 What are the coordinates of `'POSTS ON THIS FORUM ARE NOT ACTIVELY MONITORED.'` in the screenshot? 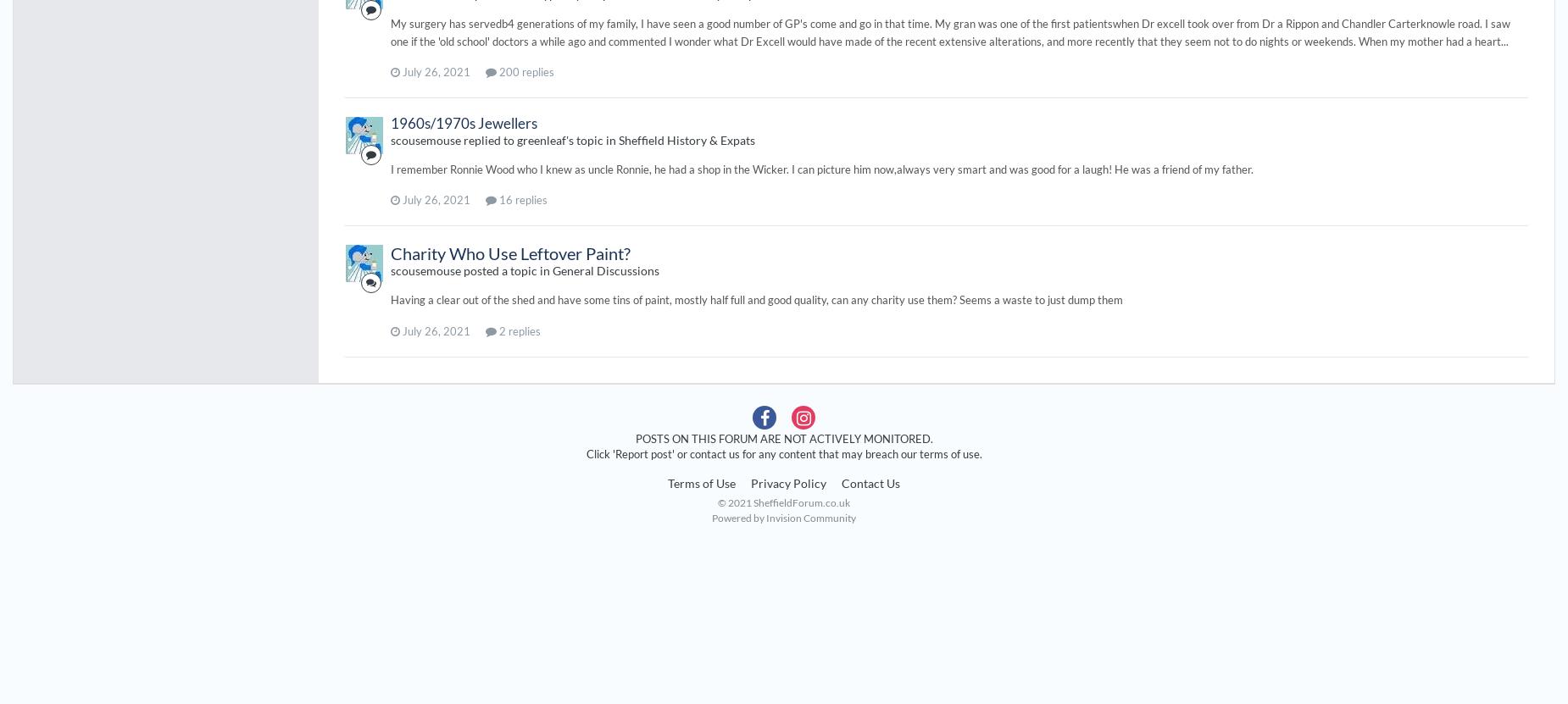 It's located at (783, 436).